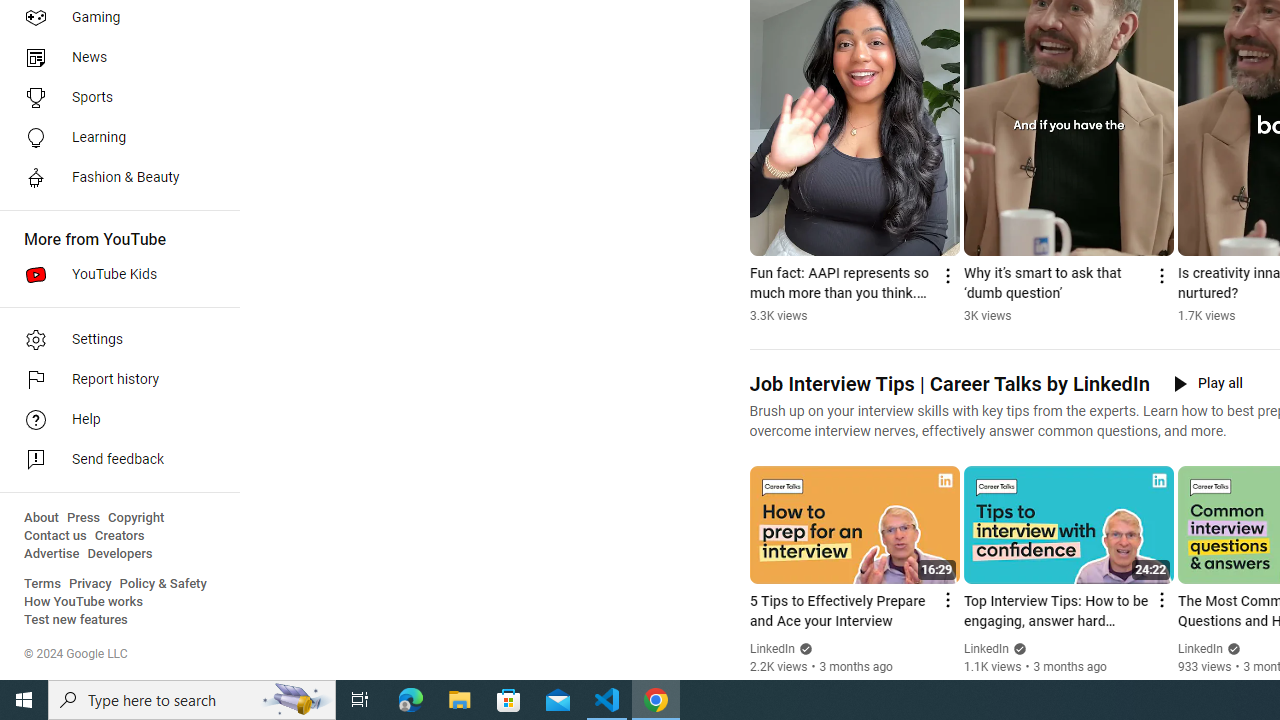 The width and height of the screenshot is (1280, 720). I want to click on 'Developers', so click(119, 554).